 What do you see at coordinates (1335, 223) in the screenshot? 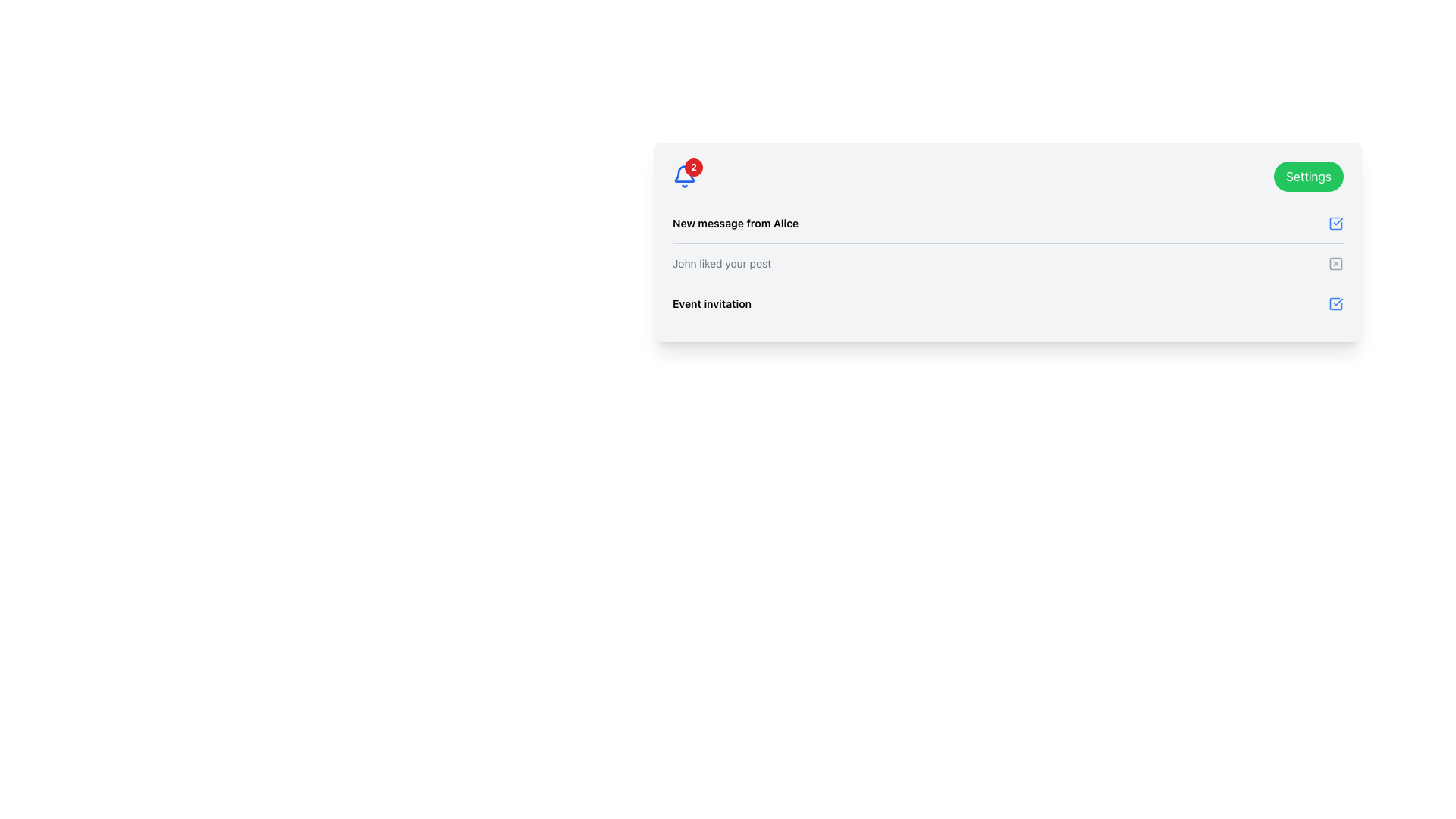
I see `the small square-shaped interactive icon with a blue outline and checkmark, located to the right of 'New message from Alice'` at bounding box center [1335, 223].